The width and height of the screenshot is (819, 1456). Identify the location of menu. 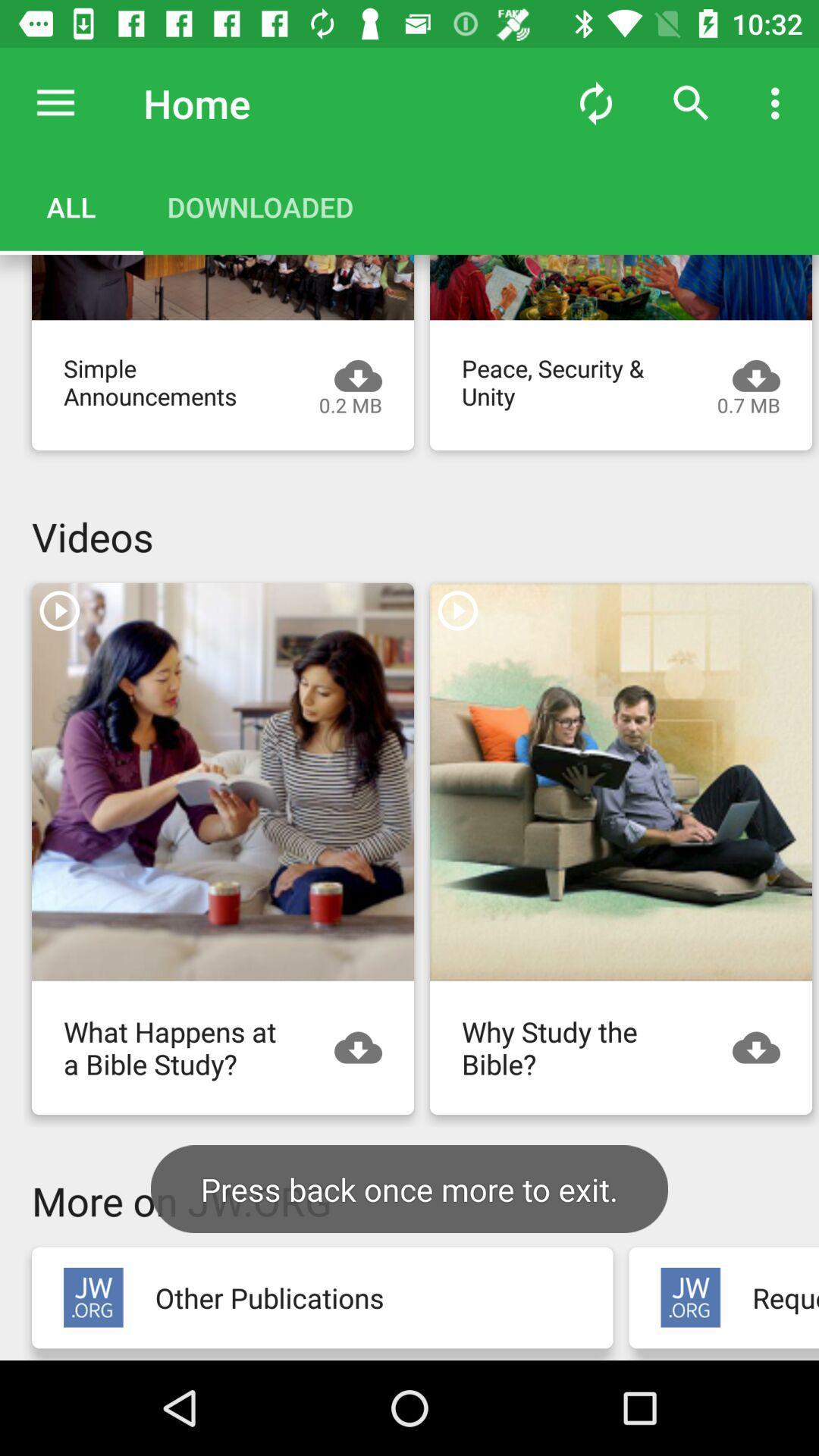
(55, 102).